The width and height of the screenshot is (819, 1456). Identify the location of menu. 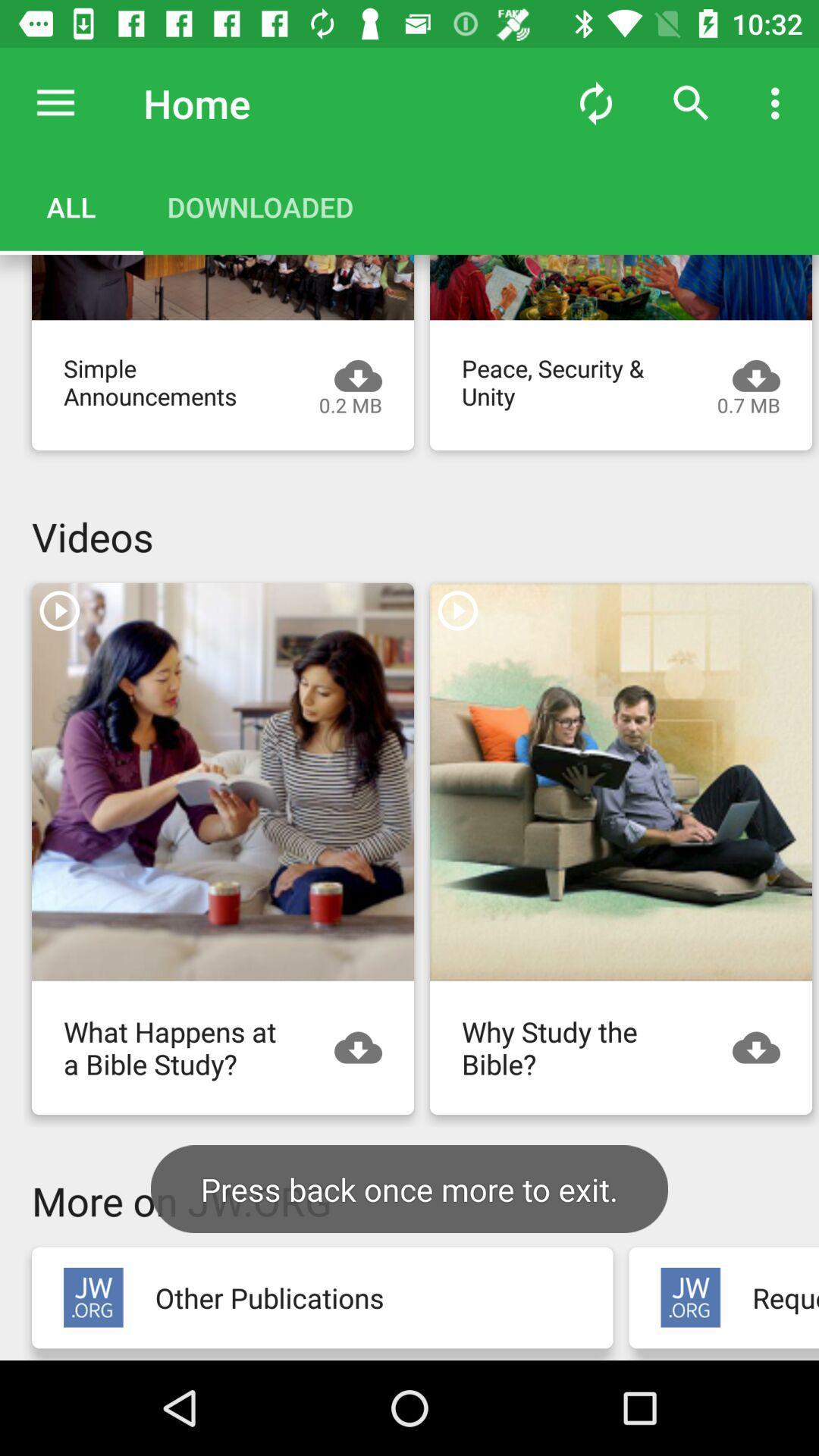
(55, 102).